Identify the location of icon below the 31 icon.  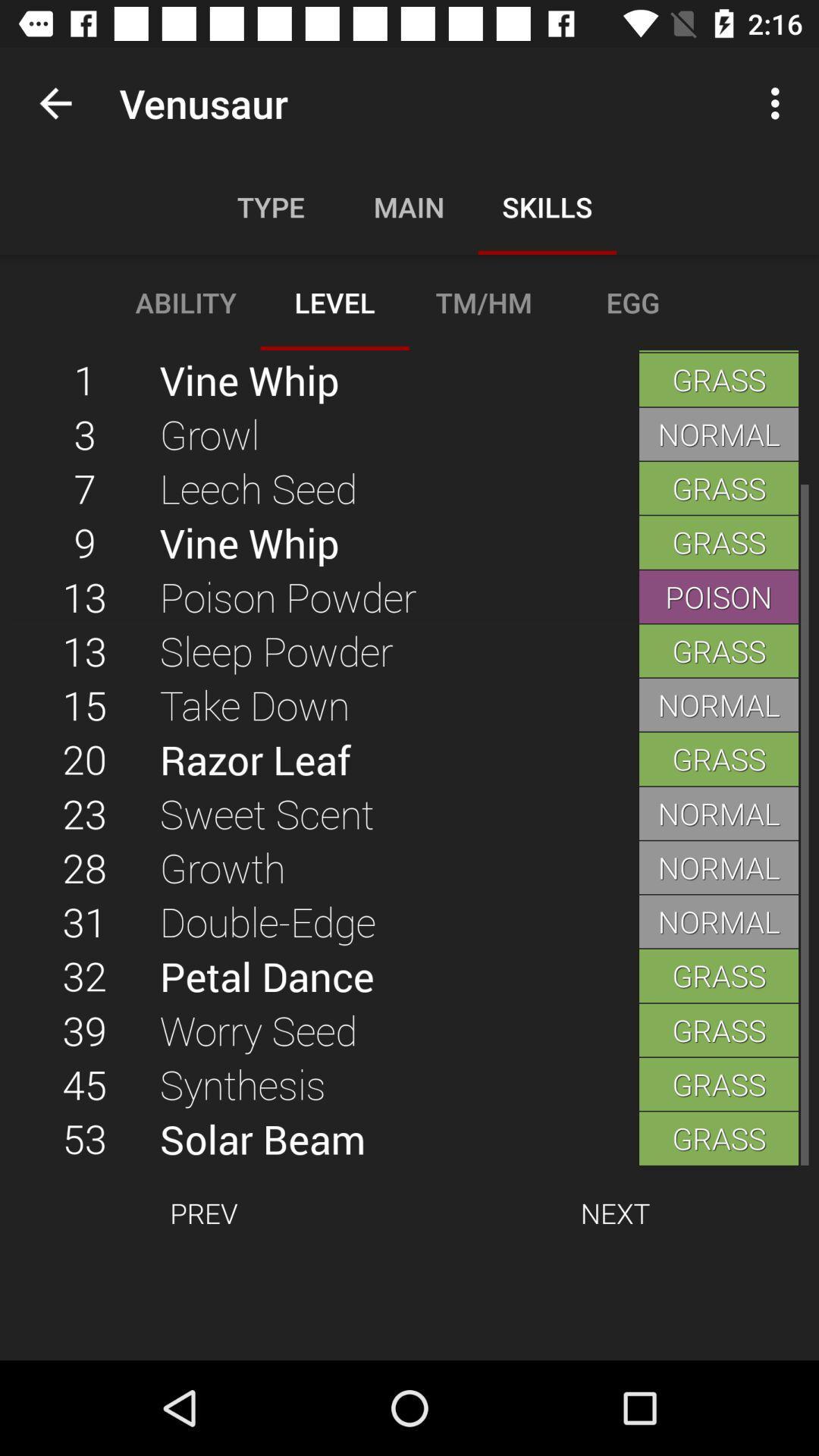
(85, 975).